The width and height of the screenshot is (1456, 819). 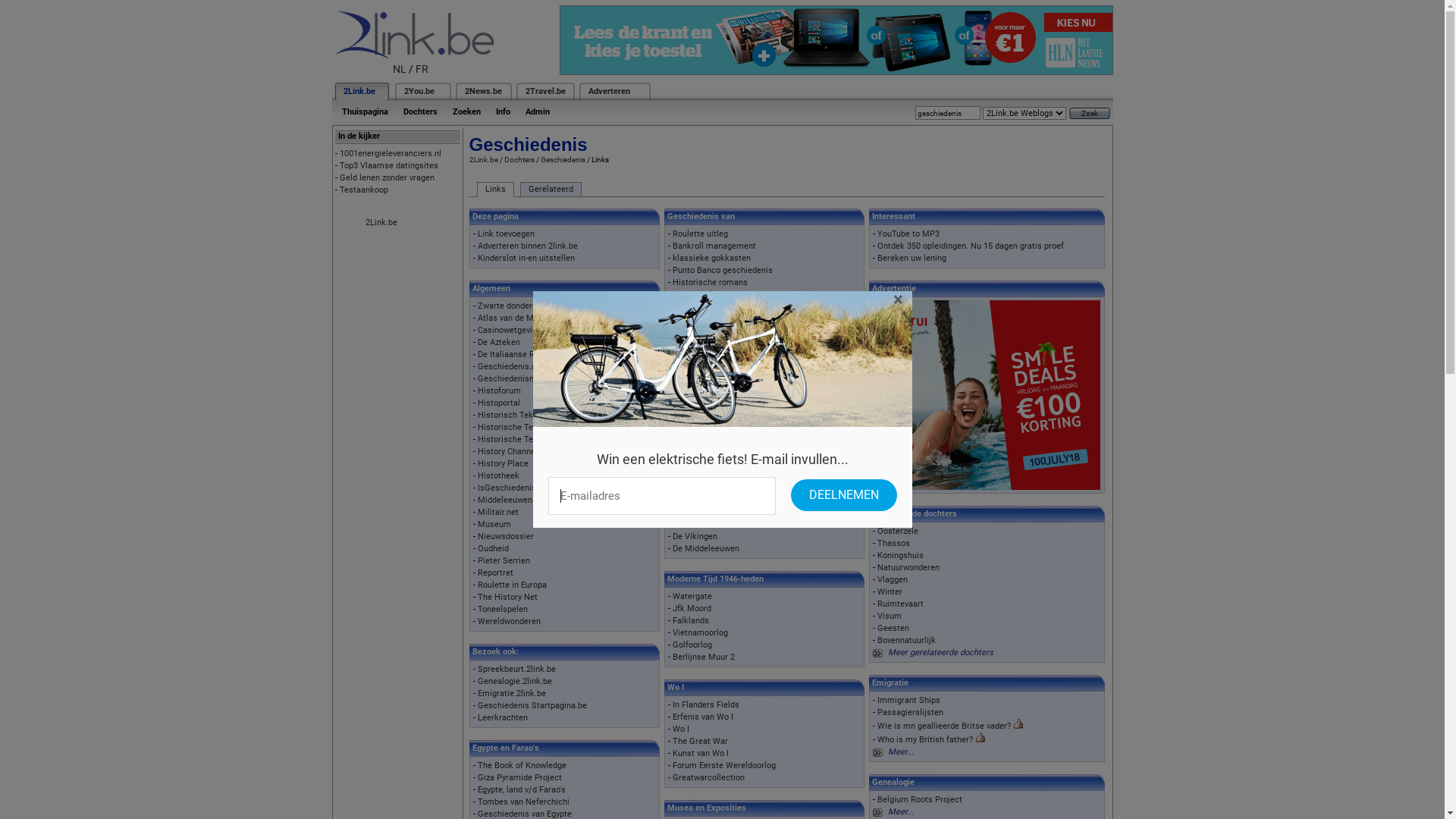 I want to click on 'Ruimtevaart', so click(x=900, y=603).